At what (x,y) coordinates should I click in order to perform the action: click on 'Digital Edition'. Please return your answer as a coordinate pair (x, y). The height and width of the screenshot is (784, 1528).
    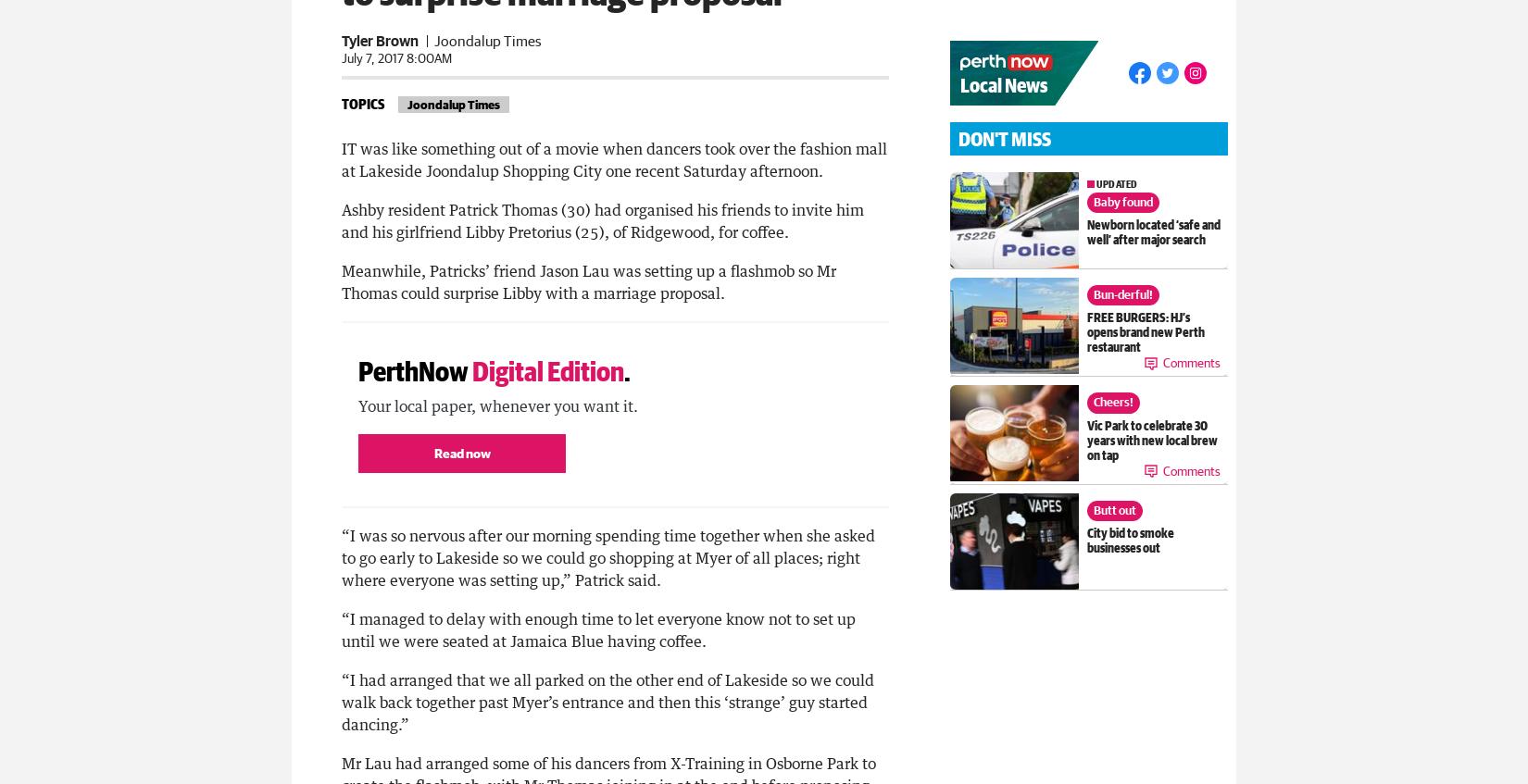
    Looking at the image, I should click on (547, 368).